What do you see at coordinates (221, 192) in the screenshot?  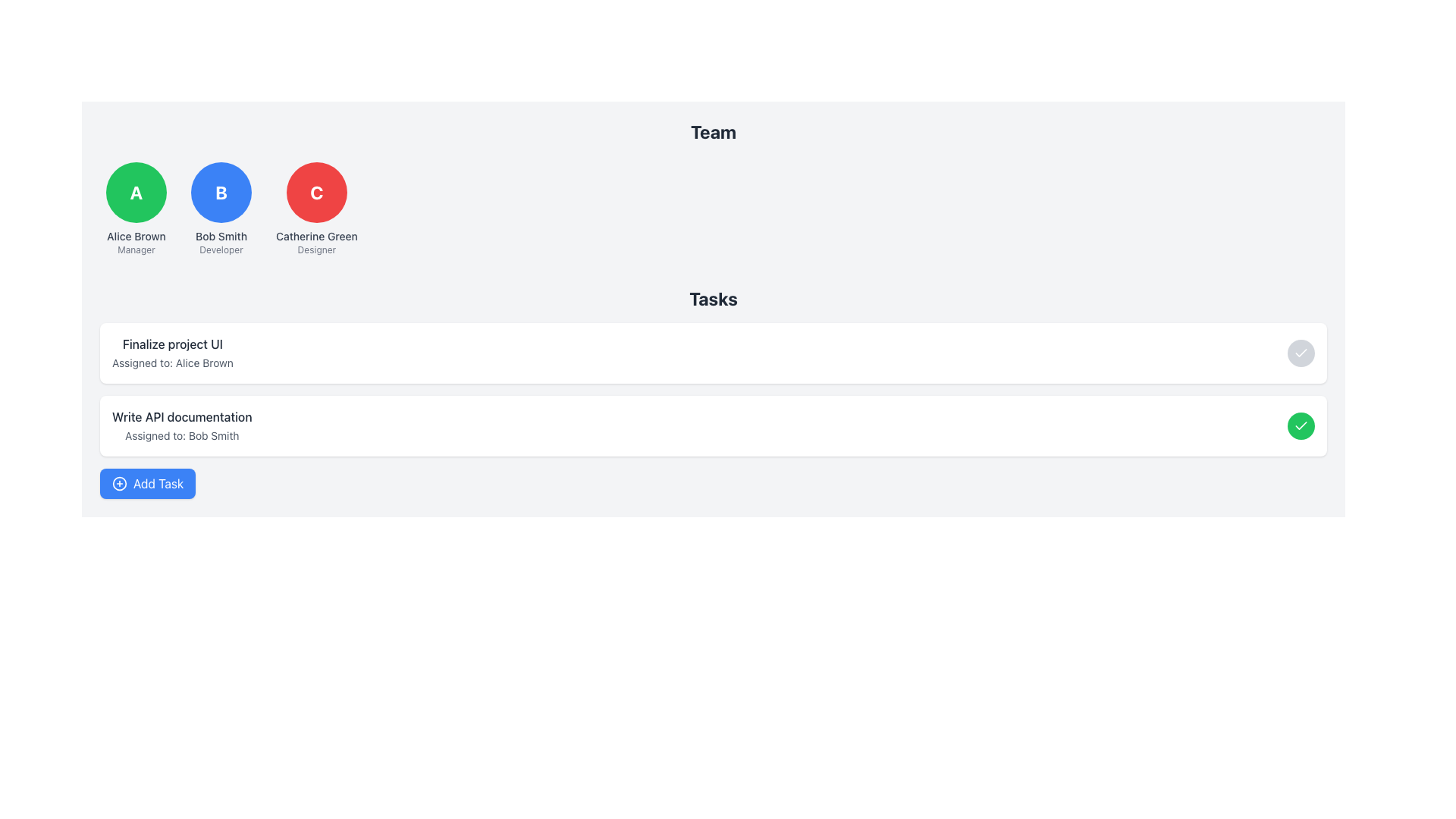 I see `the circular blue avatar icon with the letter 'B' in white, located in the 'Team' section, above 'Bob Smith' and 'Developer'` at bounding box center [221, 192].